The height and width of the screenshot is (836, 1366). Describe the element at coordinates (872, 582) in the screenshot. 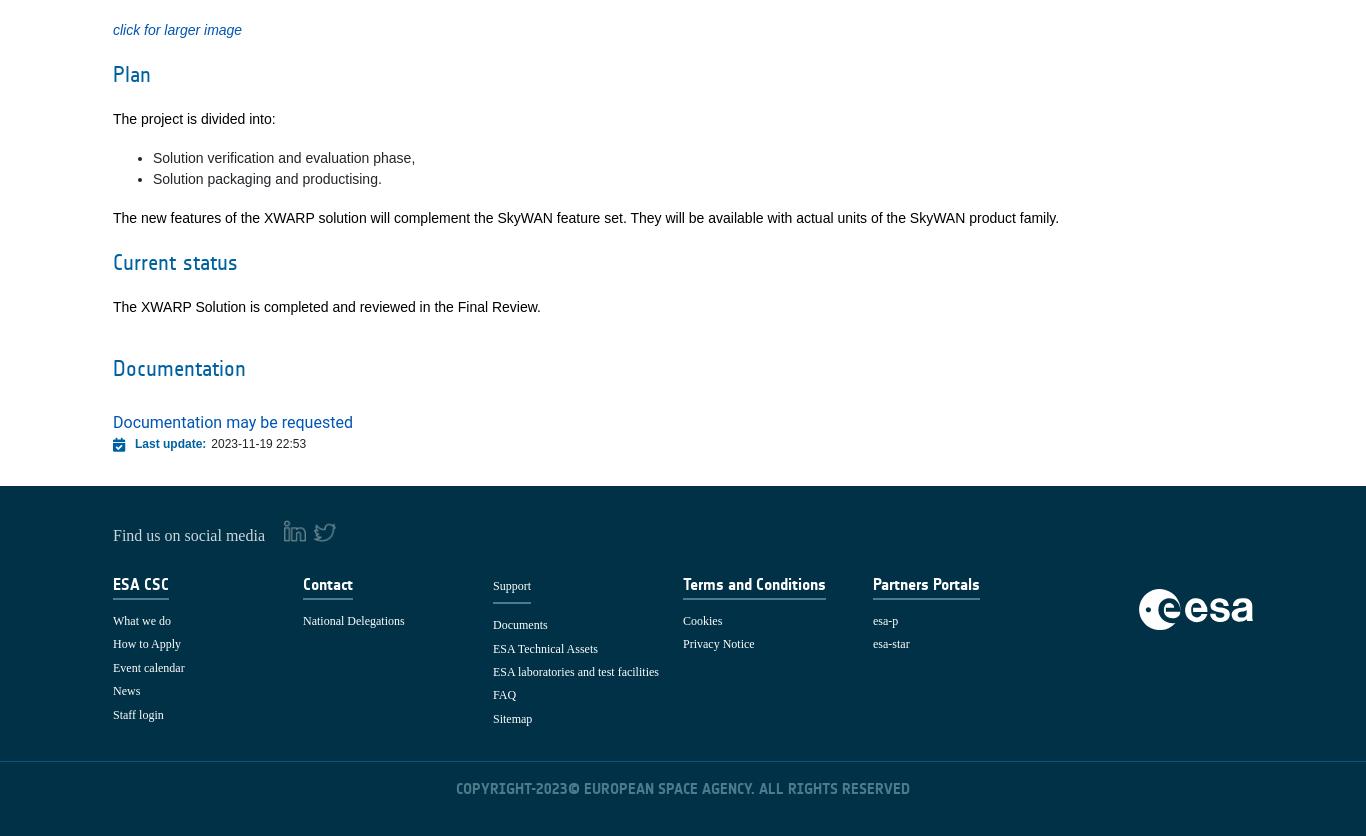

I see `'Partners Portals'` at that location.